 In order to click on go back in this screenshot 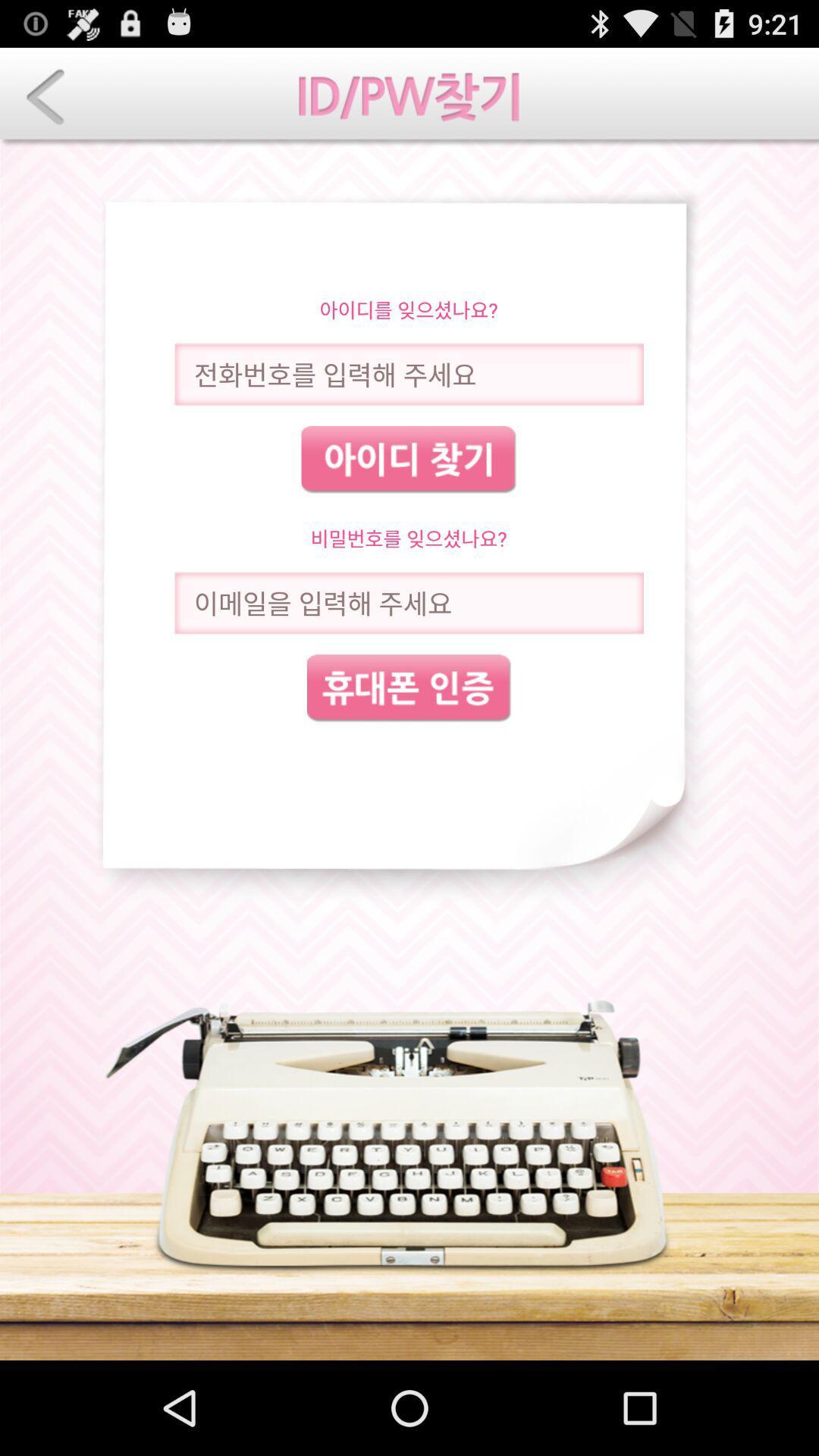, I will do `click(45, 96)`.